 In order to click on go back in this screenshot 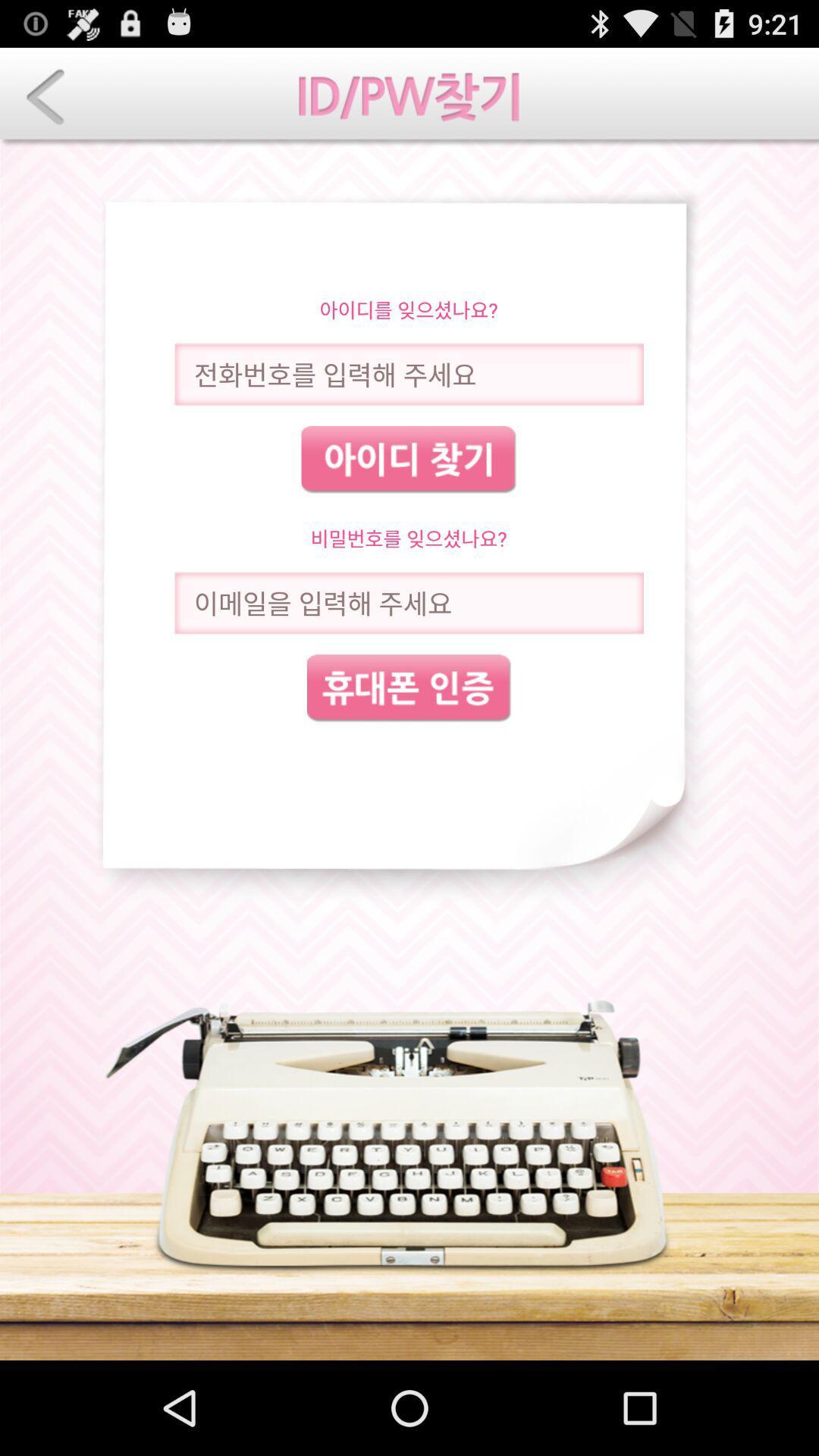, I will do `click(45, 96)`.